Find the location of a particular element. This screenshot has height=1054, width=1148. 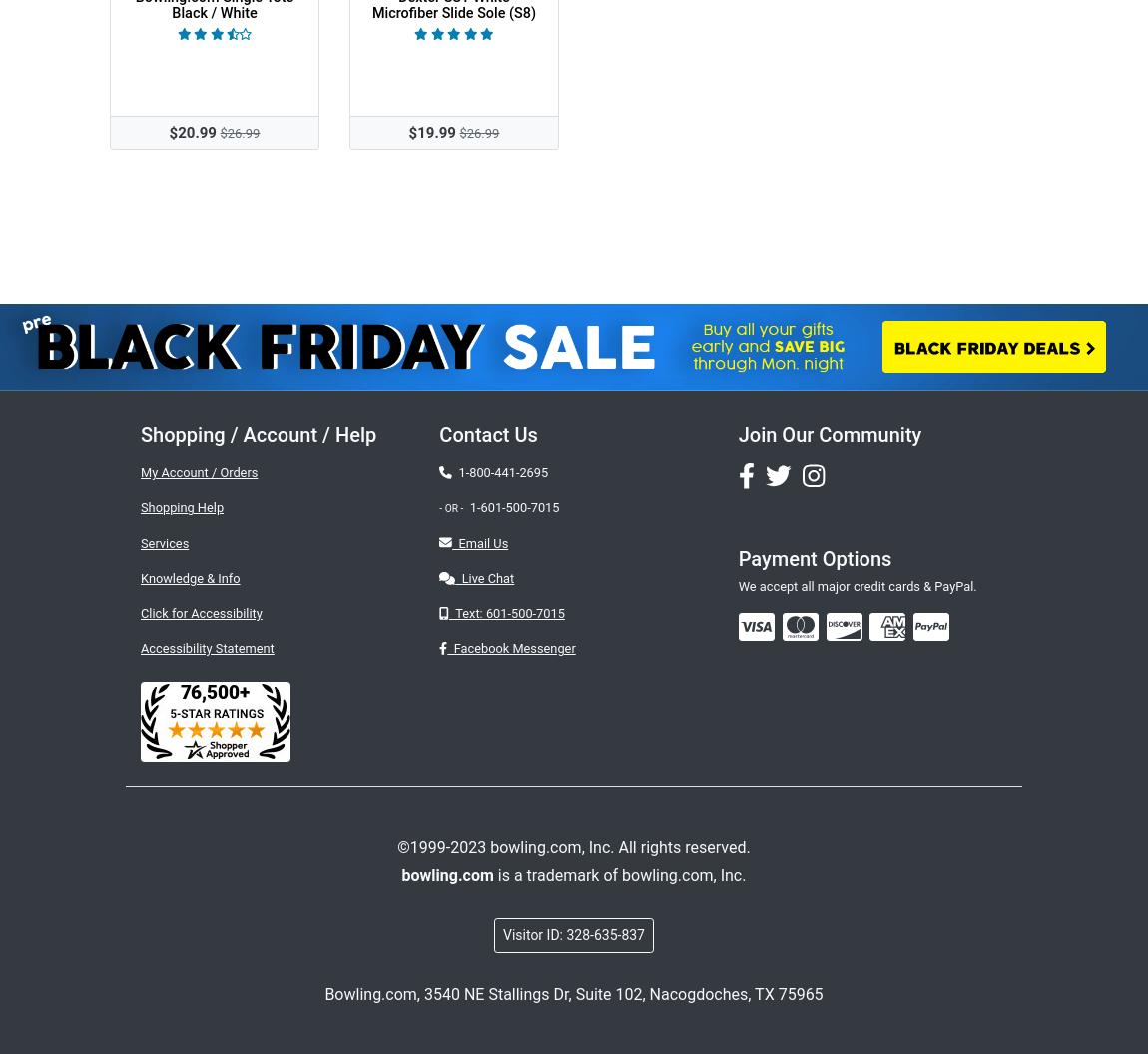

'$20.99' is located at coordinates (191, 132).